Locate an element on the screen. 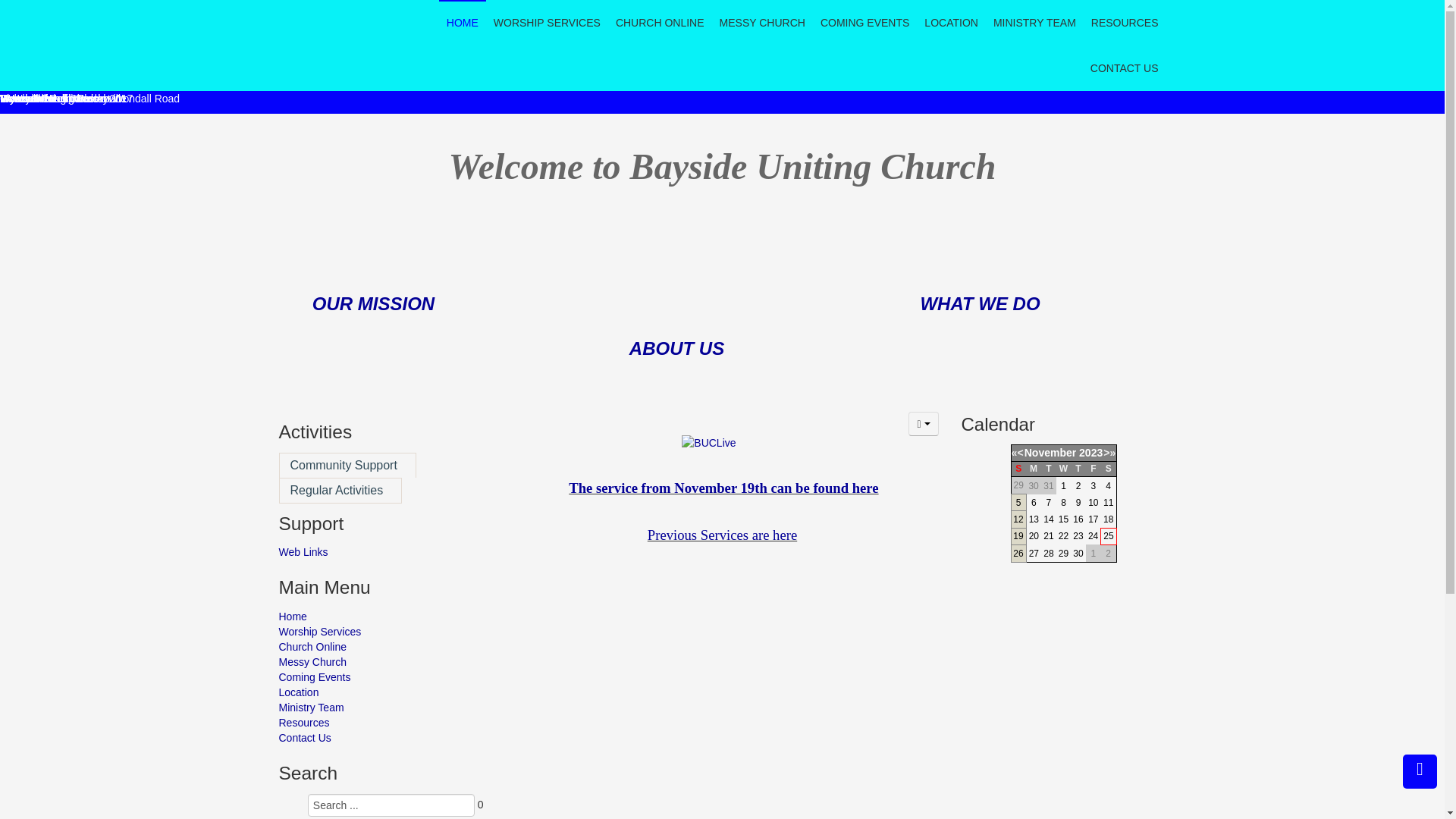 Image resolution: width=1456 pixels, height=819 pixels. 'Worship Services' is located at coordinates (381, 632).